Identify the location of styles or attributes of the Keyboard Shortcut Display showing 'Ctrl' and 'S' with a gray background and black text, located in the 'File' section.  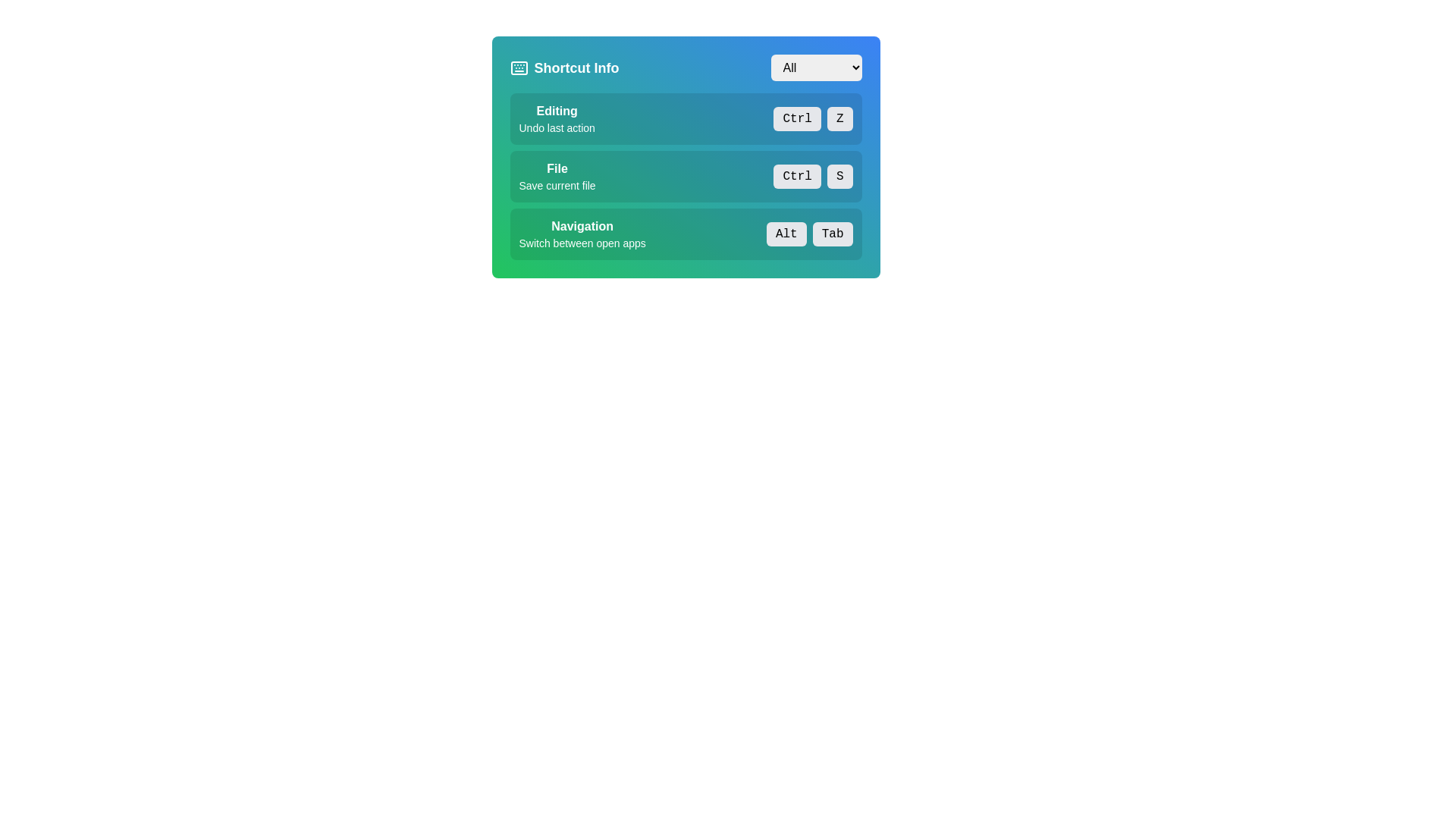
(812, 175).